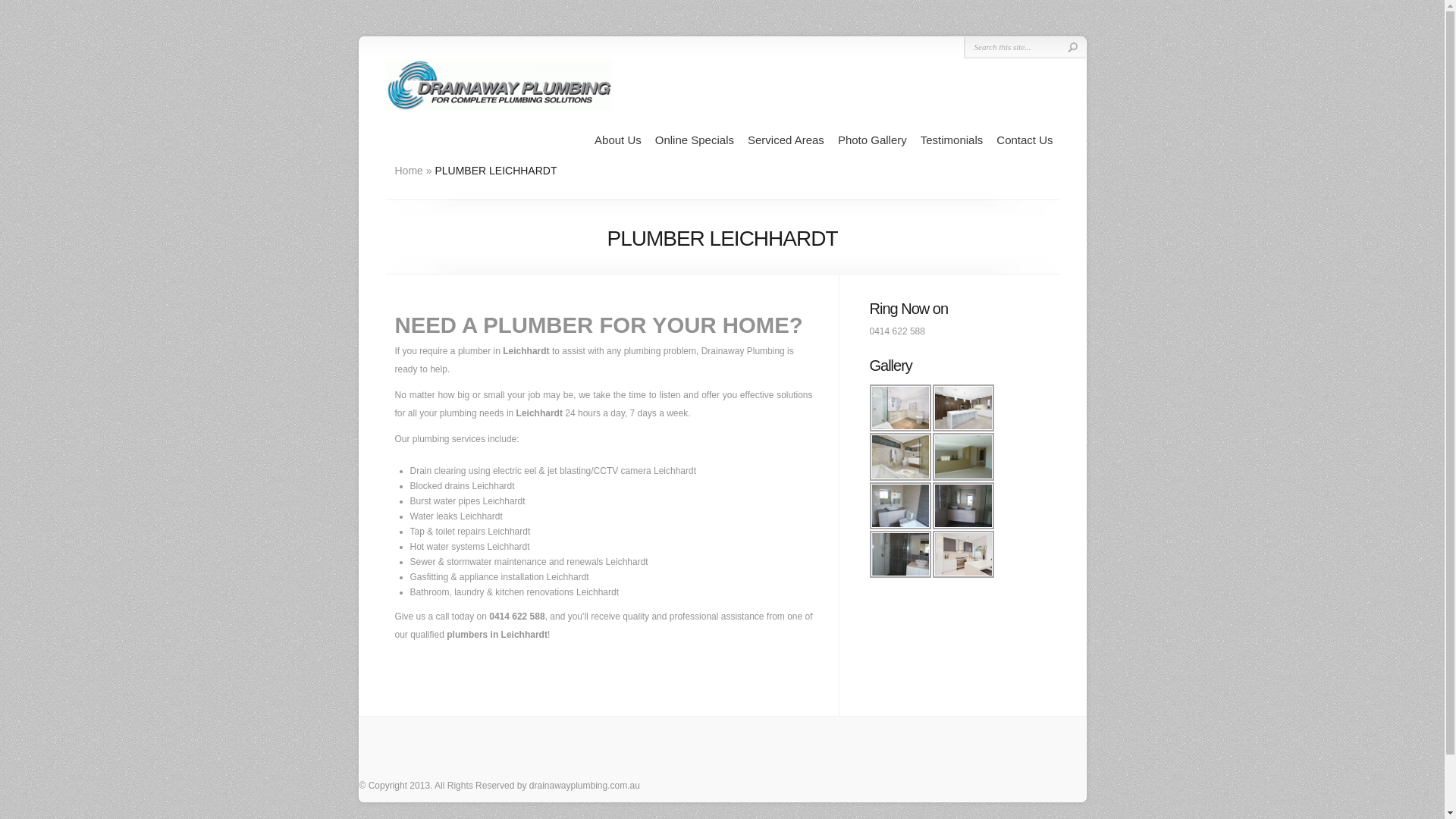 This screenshot has width=1456, height=819. What do you see at coordinates (899, 554) in the screenshot?
I see `'picture-239'` at bounding box center [899, 554].